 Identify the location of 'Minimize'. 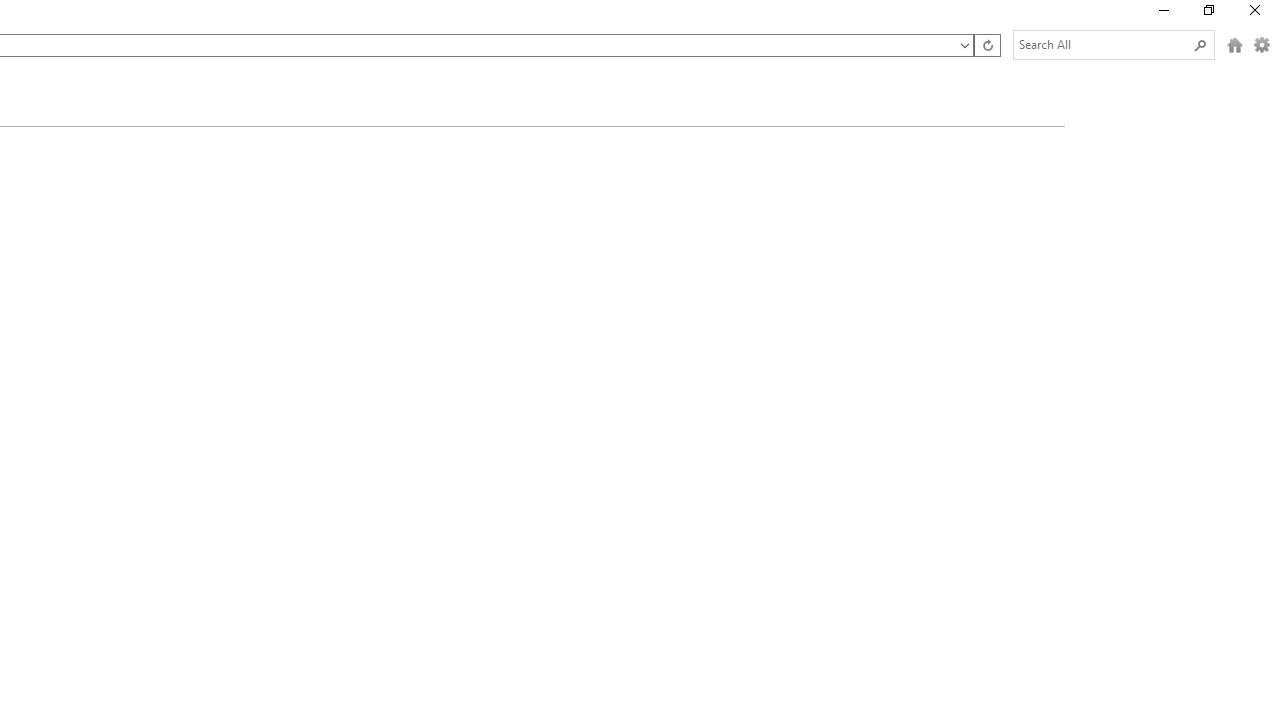
(1162, 15).